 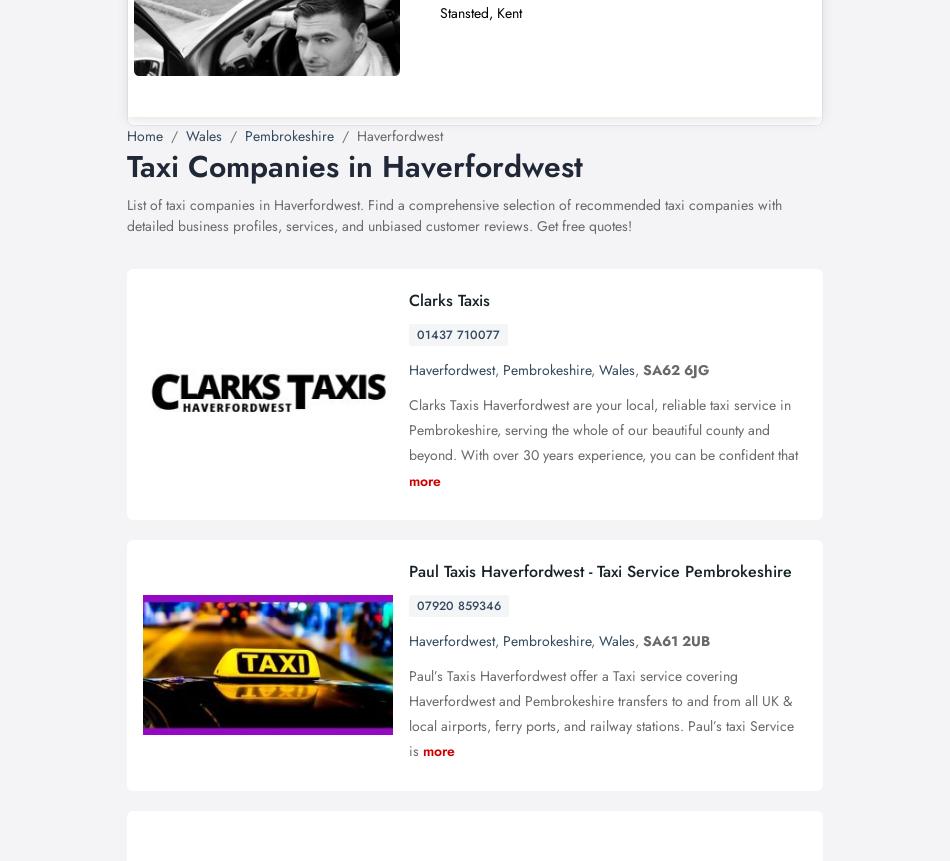 I want to click on 'Add business', so click(x=684, y=51).